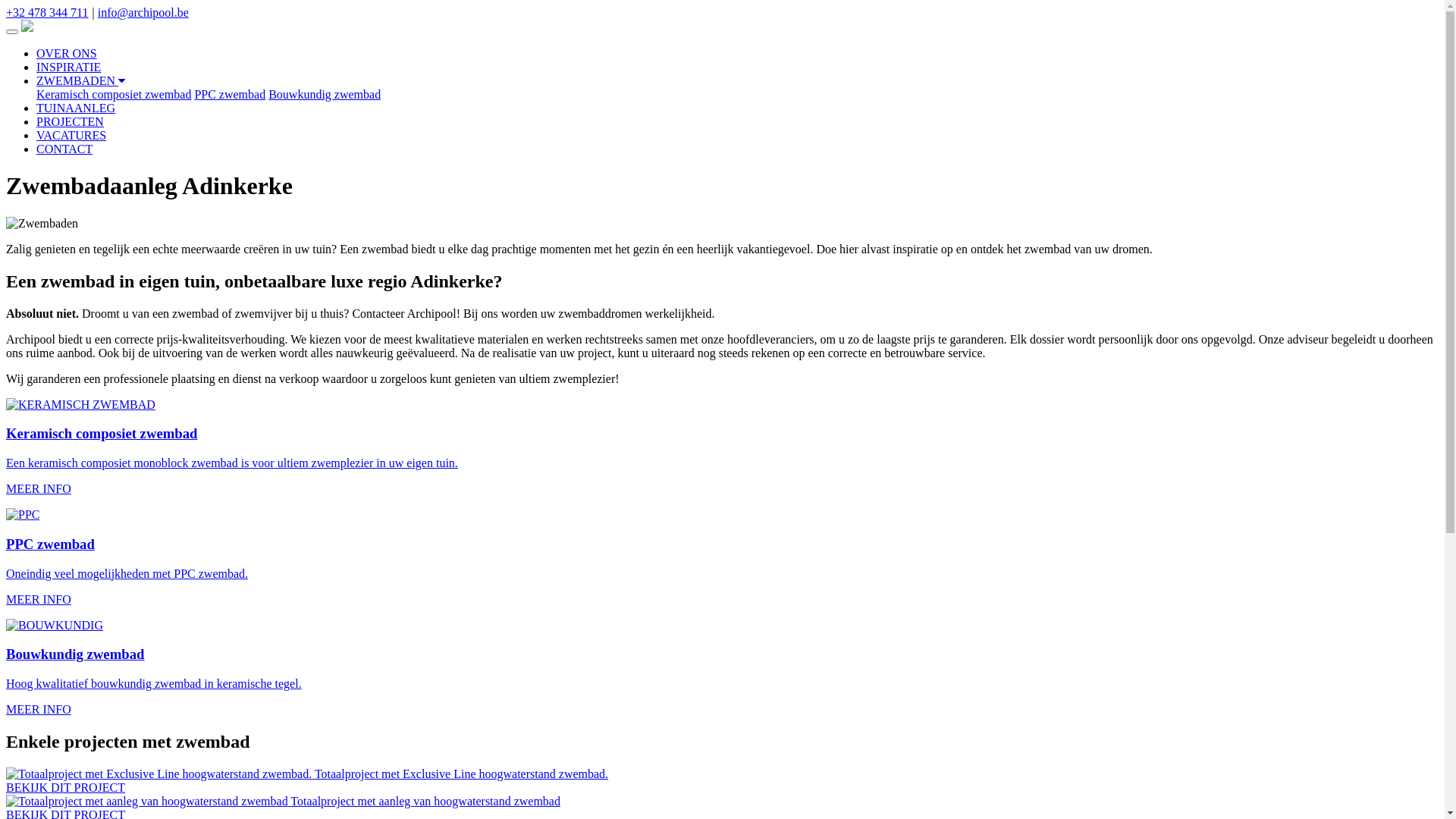 Image resolution: width=1456 pixels, height=819 pixels. Describe the element at coordinates (47, 12) in the screenshot. I see `'+32 478 344 711'` at that location.